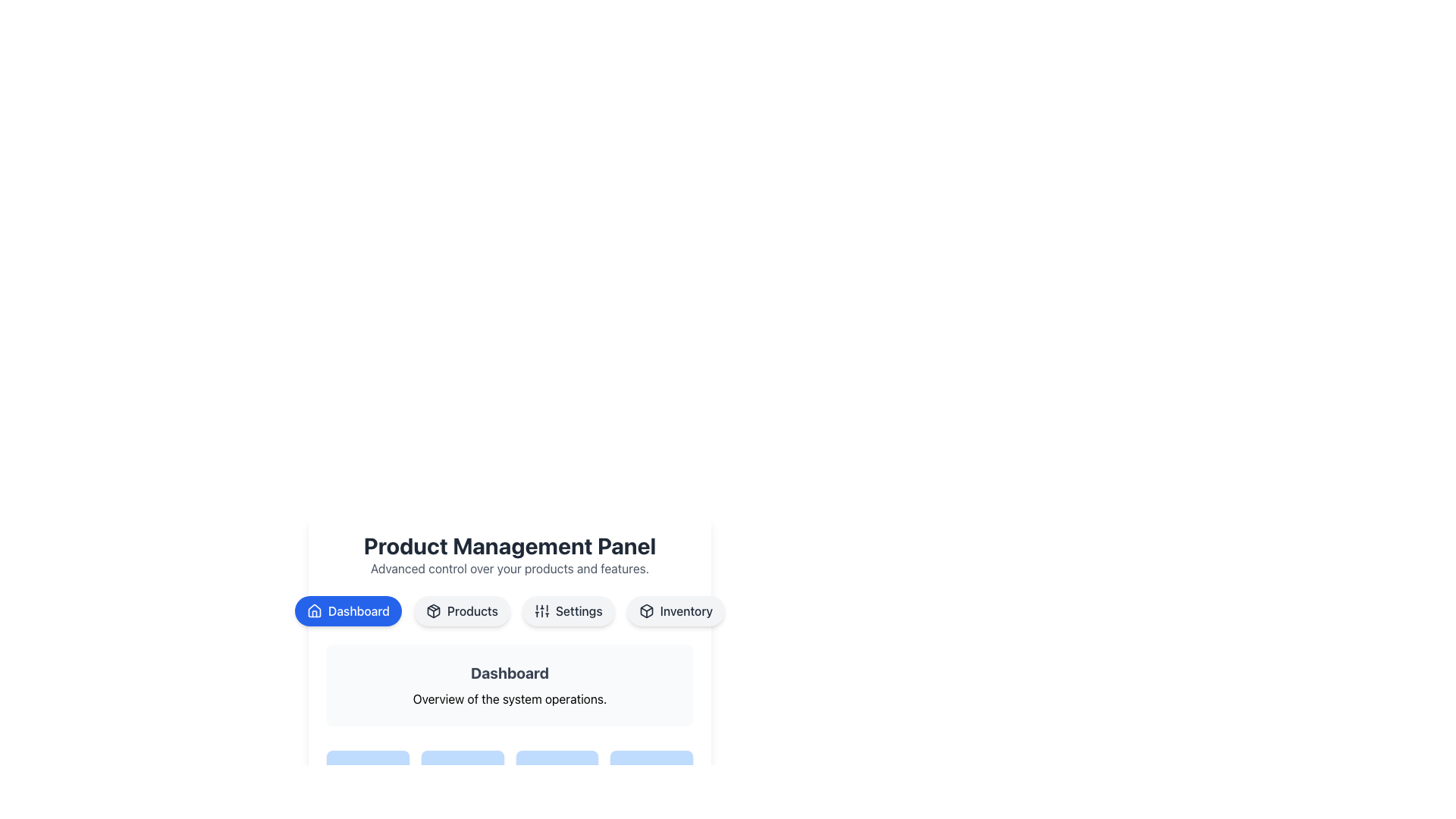 The width and height of the screenshot is (1456, 819). I want to click on the rounded blue button labeled 'Dashboard' with a house icon, so click(347, 610).